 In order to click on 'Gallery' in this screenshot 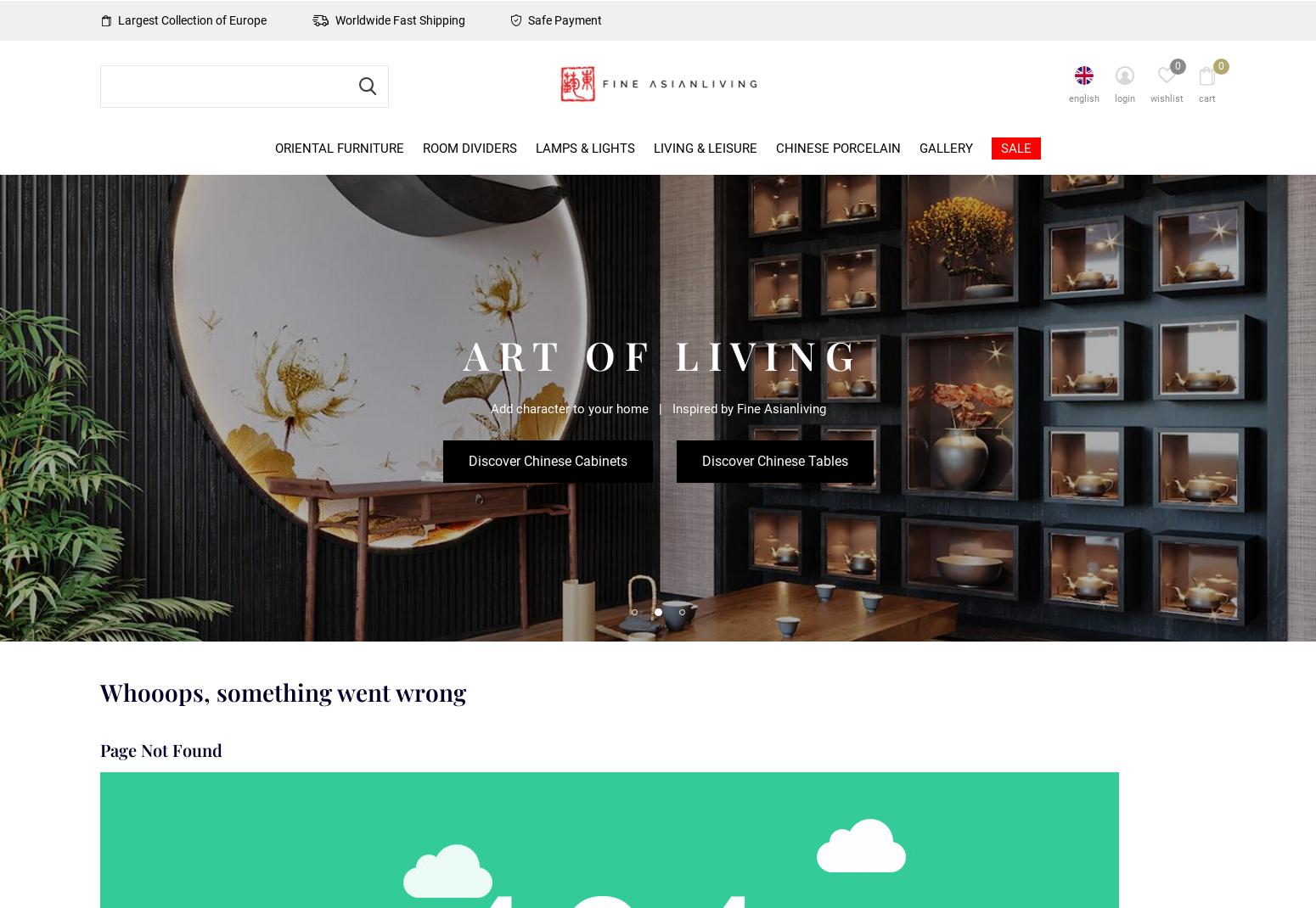, I will do `click(919, 147)`.